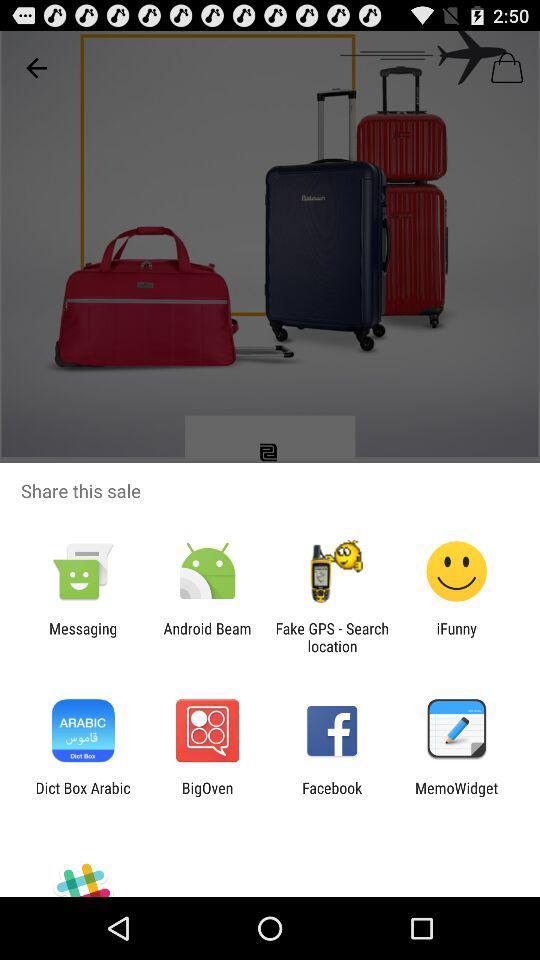  I want to click on ifunny, so click(456, 636).